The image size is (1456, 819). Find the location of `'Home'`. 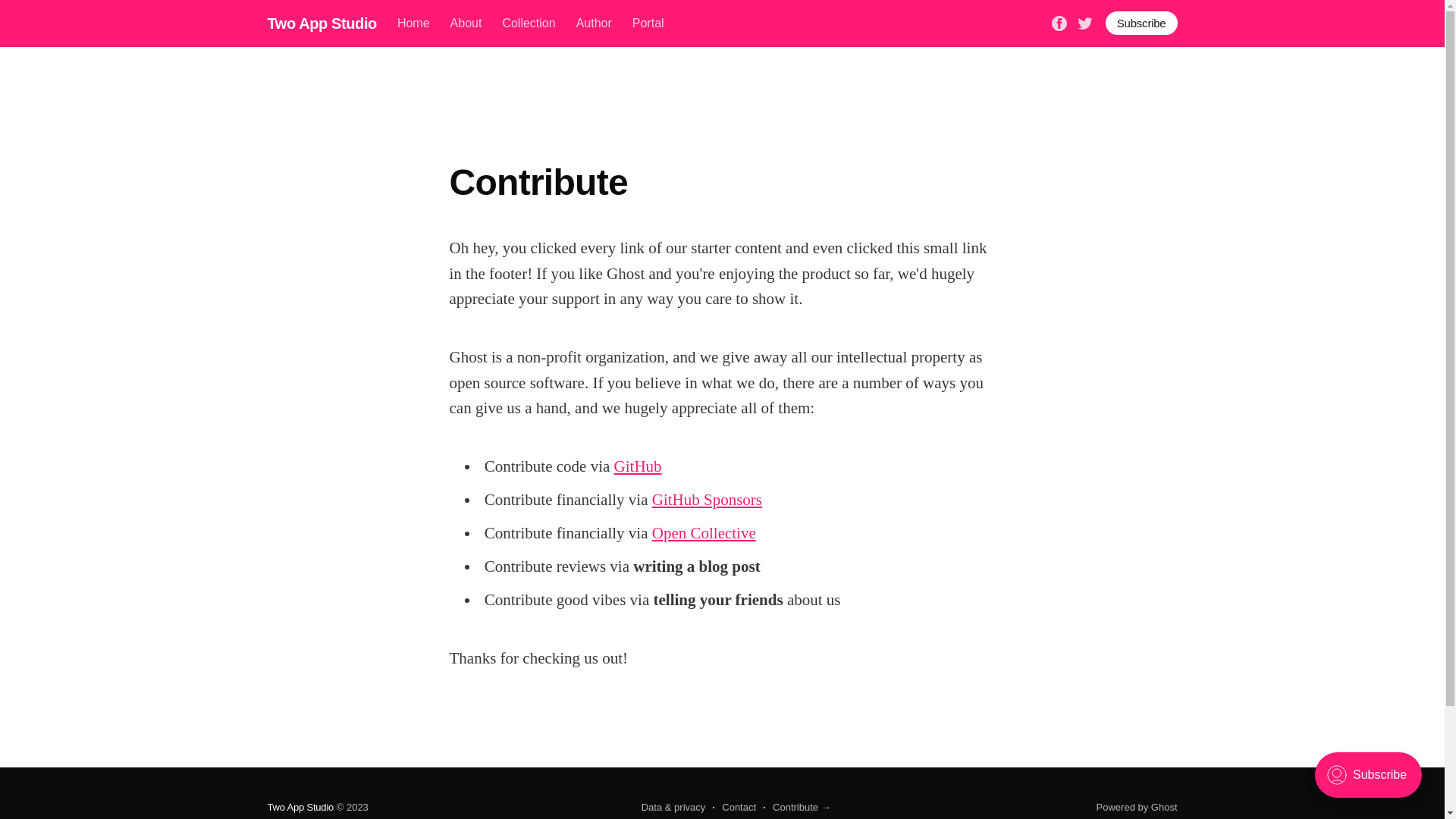

'Home' is located at coordinates (413, 23).